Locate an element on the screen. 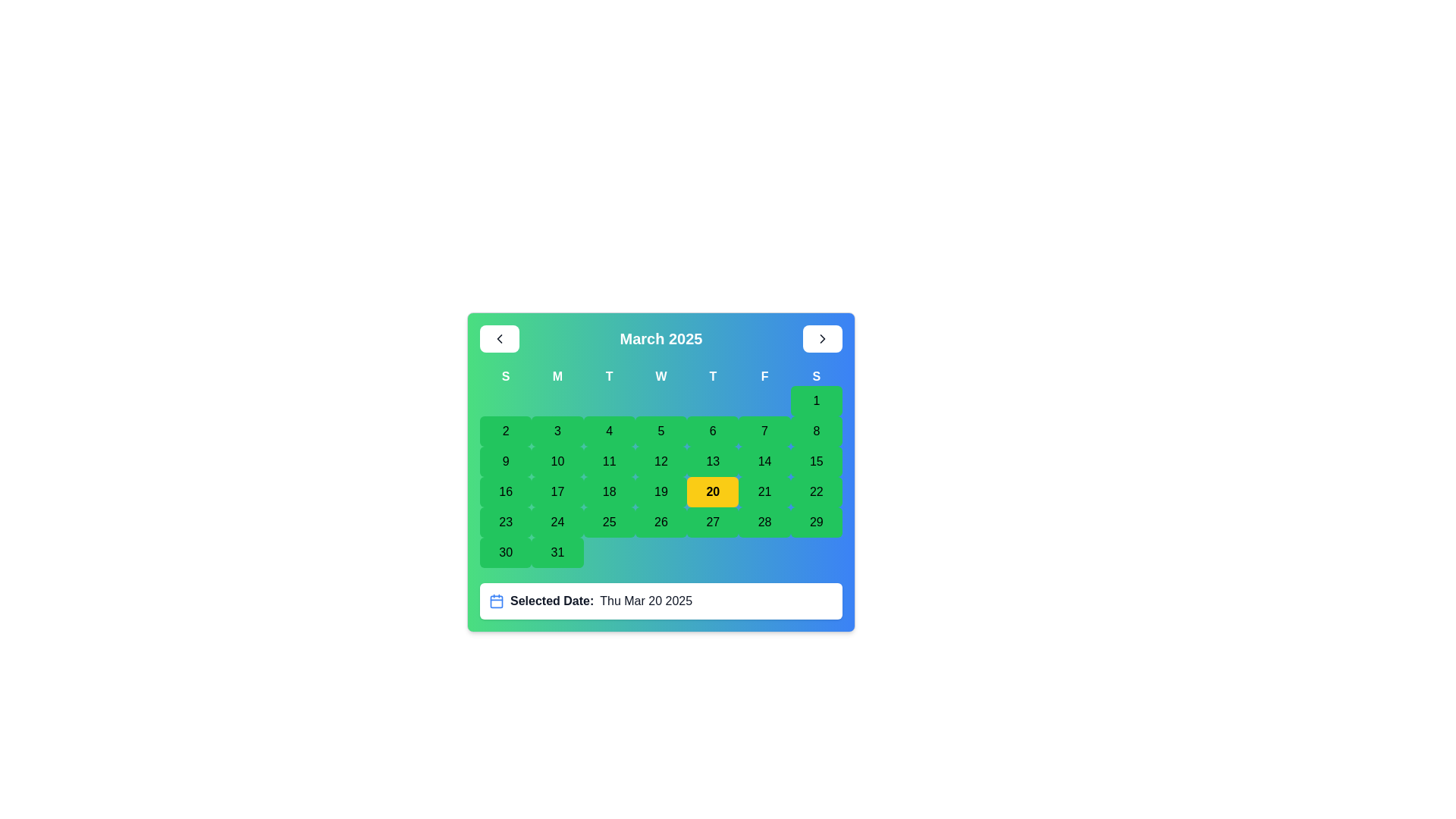  the date selector button in the calendar grid, located in the second row and seventh column is located at coordinates (764, 431).